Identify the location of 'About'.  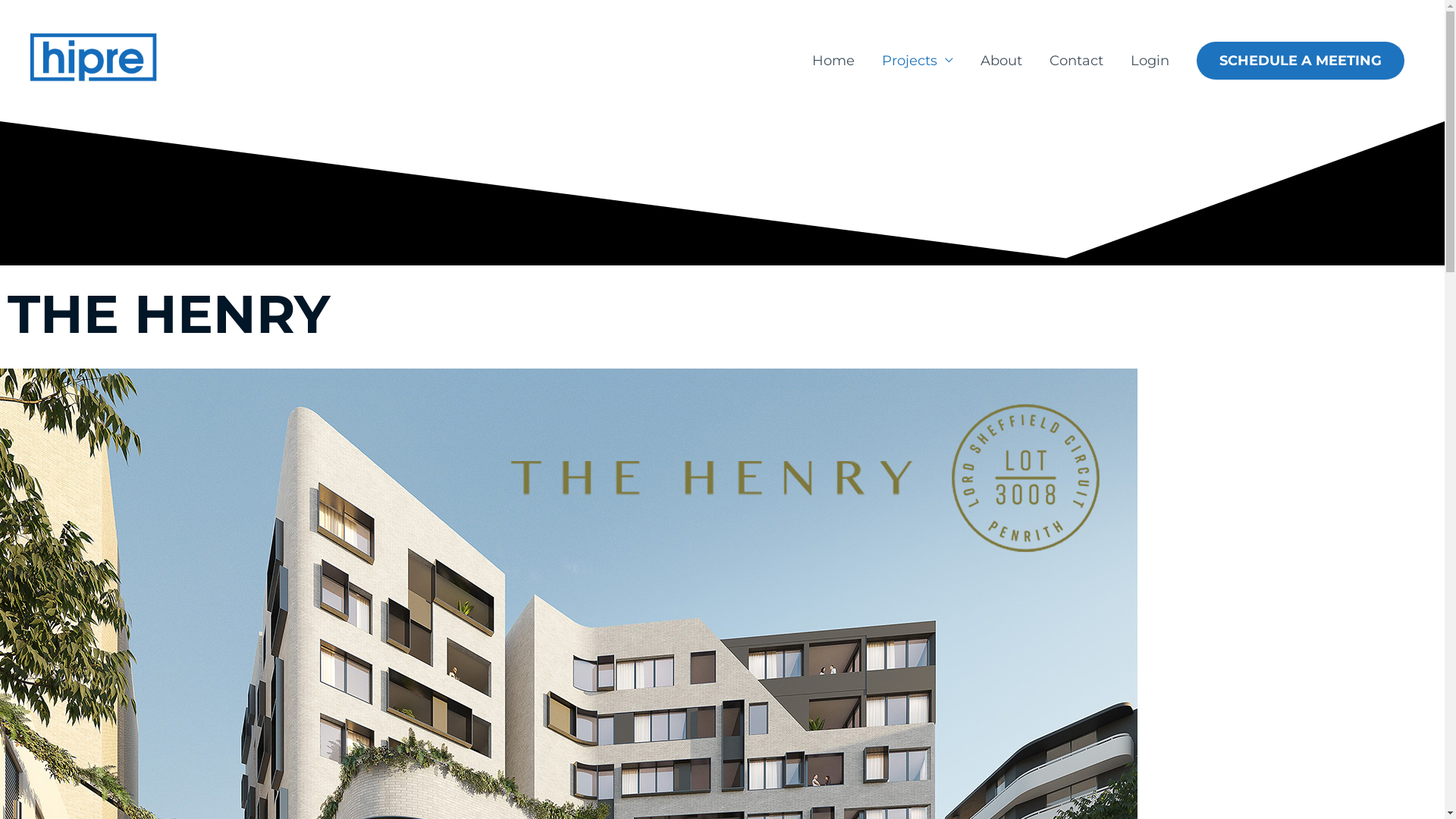
(1001, 60).